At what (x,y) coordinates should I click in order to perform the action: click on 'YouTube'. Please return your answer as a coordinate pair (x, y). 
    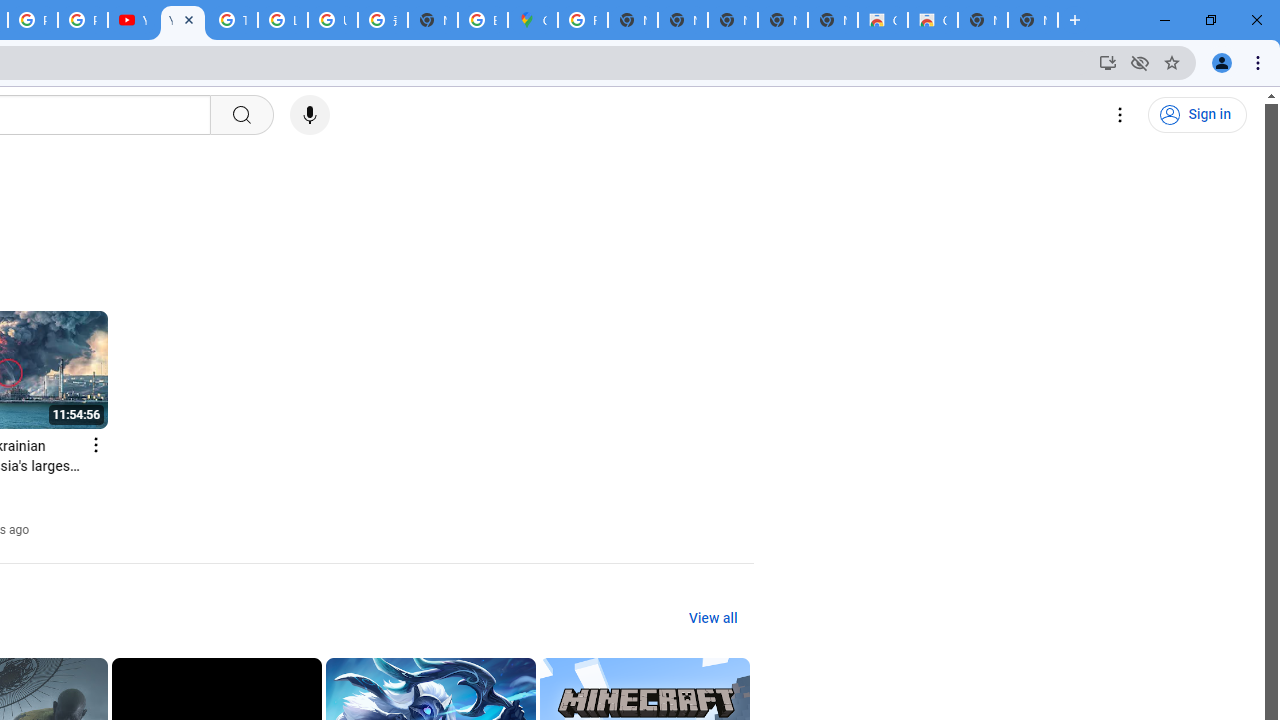
    Looking at the image, I should click on (183, 20).